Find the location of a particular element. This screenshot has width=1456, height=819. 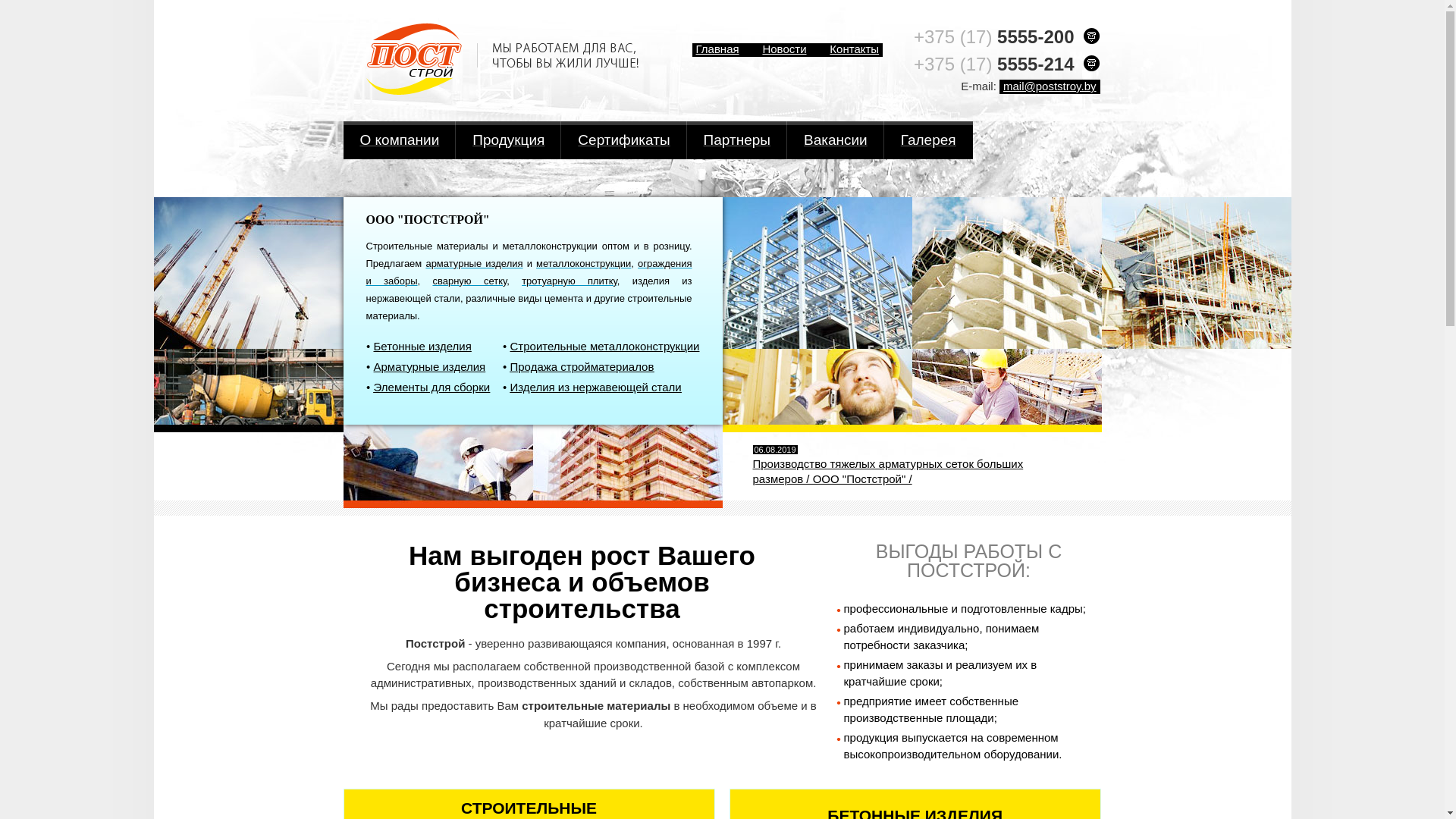

'mail@poststroy.by' is located at coordinates (1048, 86).